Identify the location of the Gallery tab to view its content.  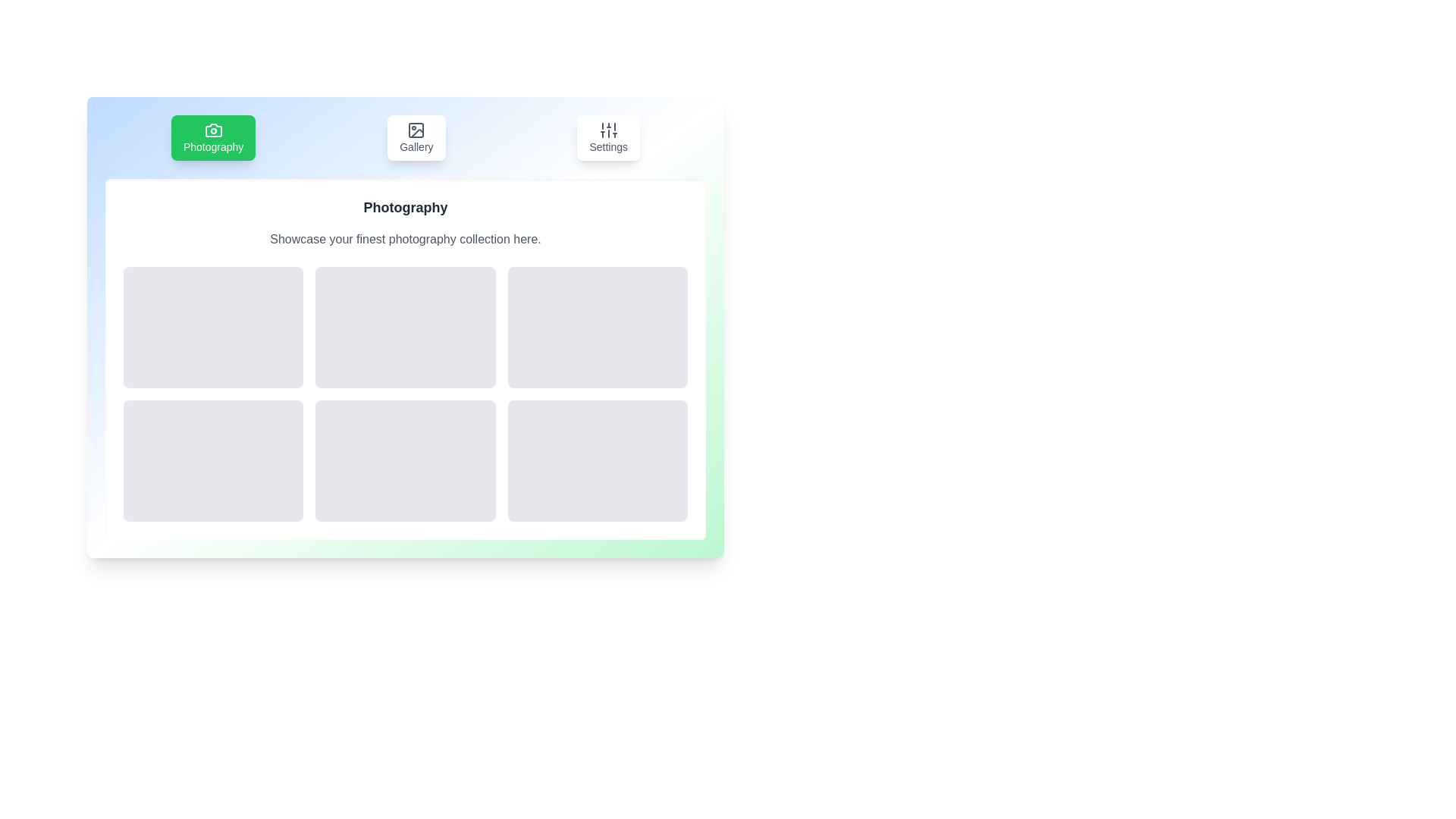
(416, 137).